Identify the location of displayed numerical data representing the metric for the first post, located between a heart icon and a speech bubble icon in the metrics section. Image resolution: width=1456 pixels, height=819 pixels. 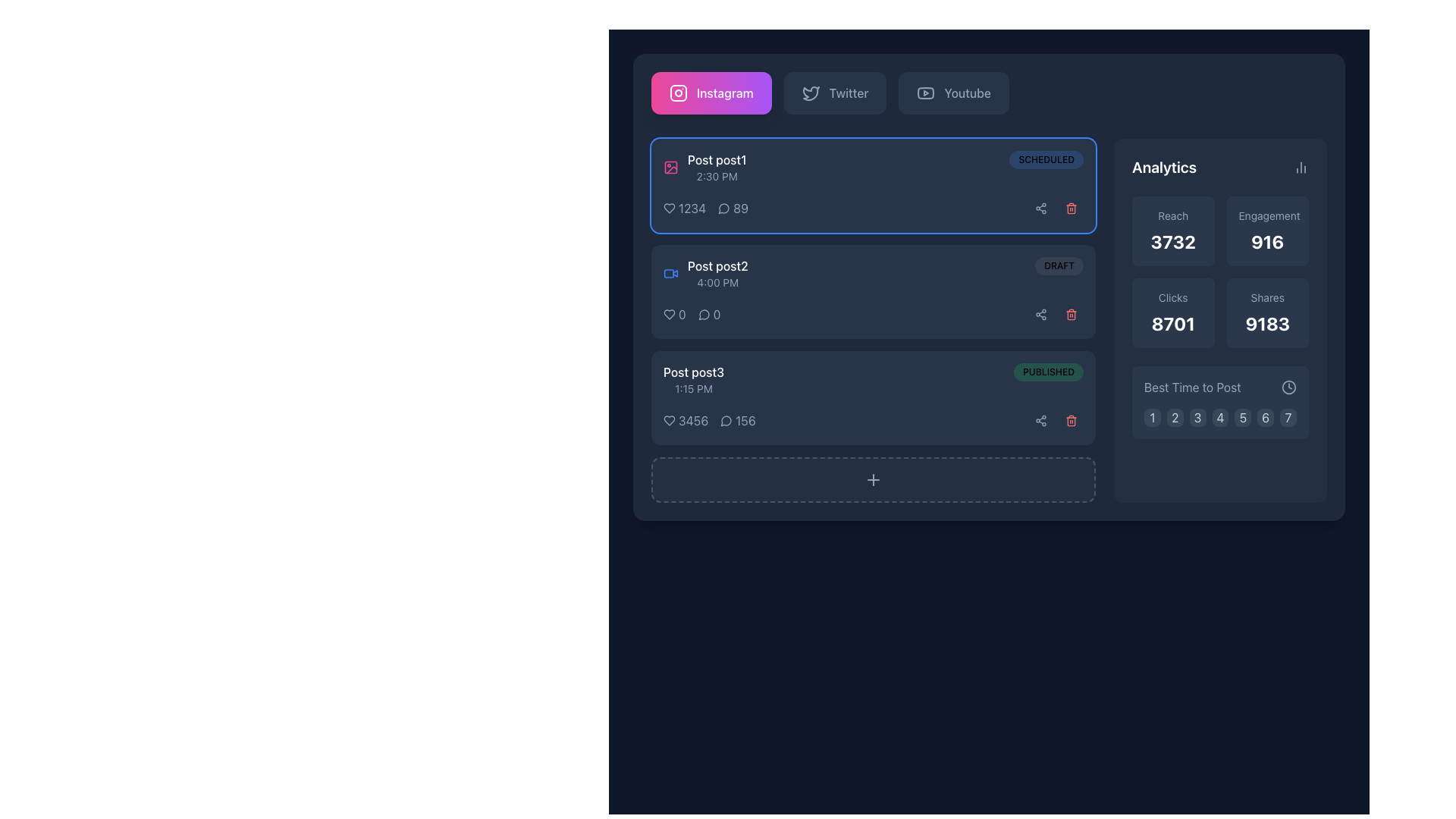
(705, 208).